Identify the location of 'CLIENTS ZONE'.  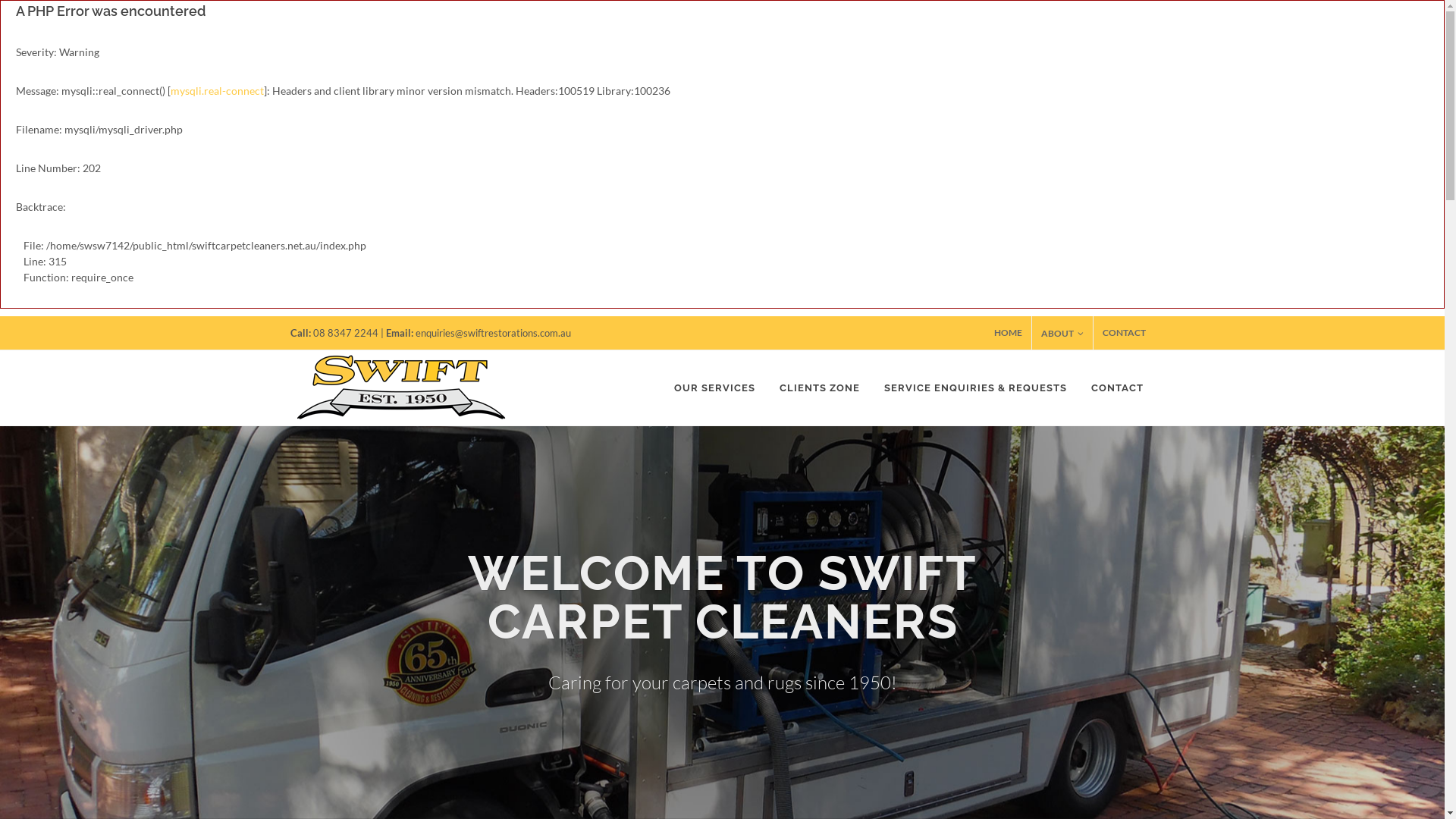
(818, 388).